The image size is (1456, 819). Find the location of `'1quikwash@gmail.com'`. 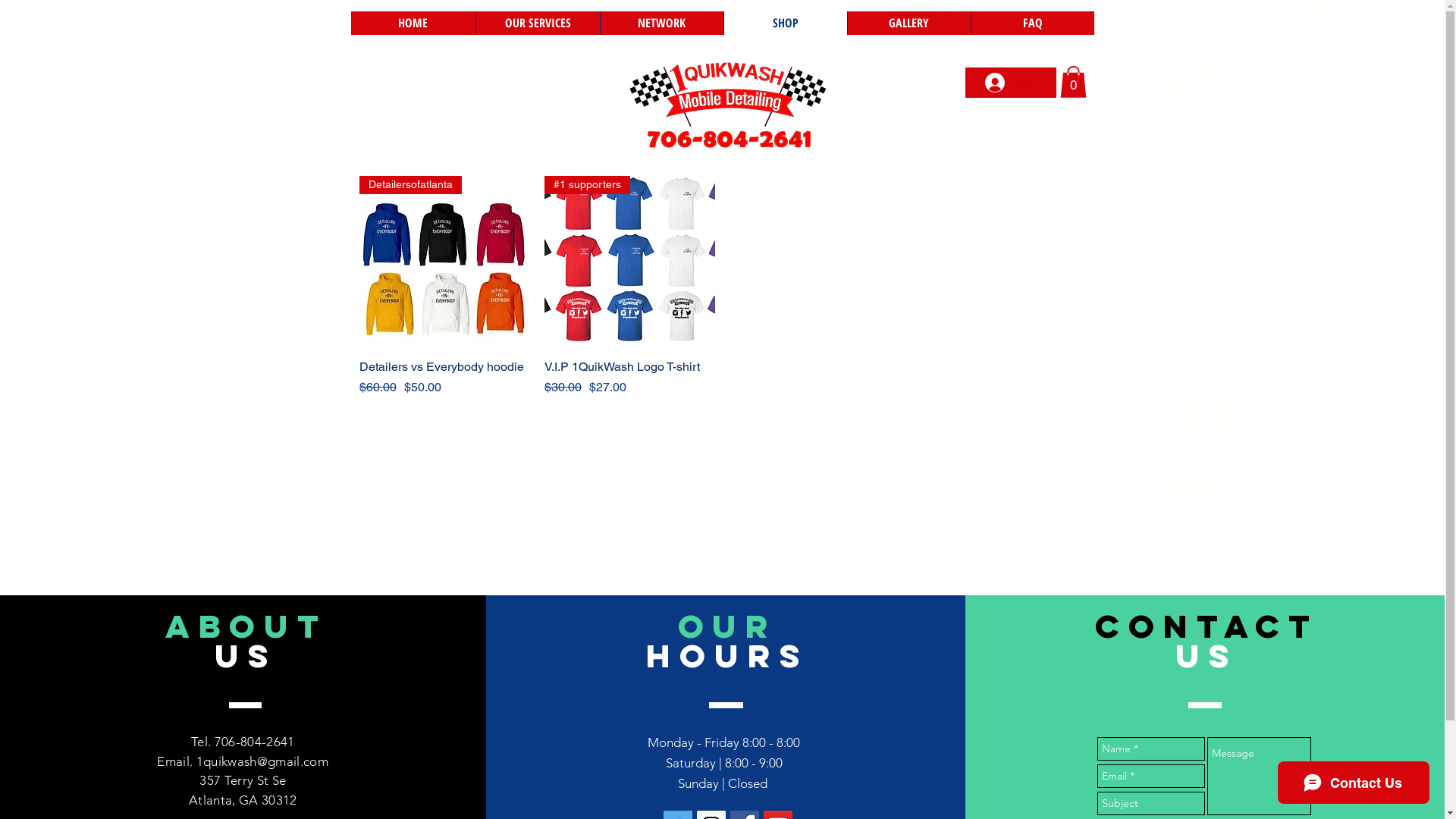

'1quikwash@gmail.com' is located at coordinates (262, 761).